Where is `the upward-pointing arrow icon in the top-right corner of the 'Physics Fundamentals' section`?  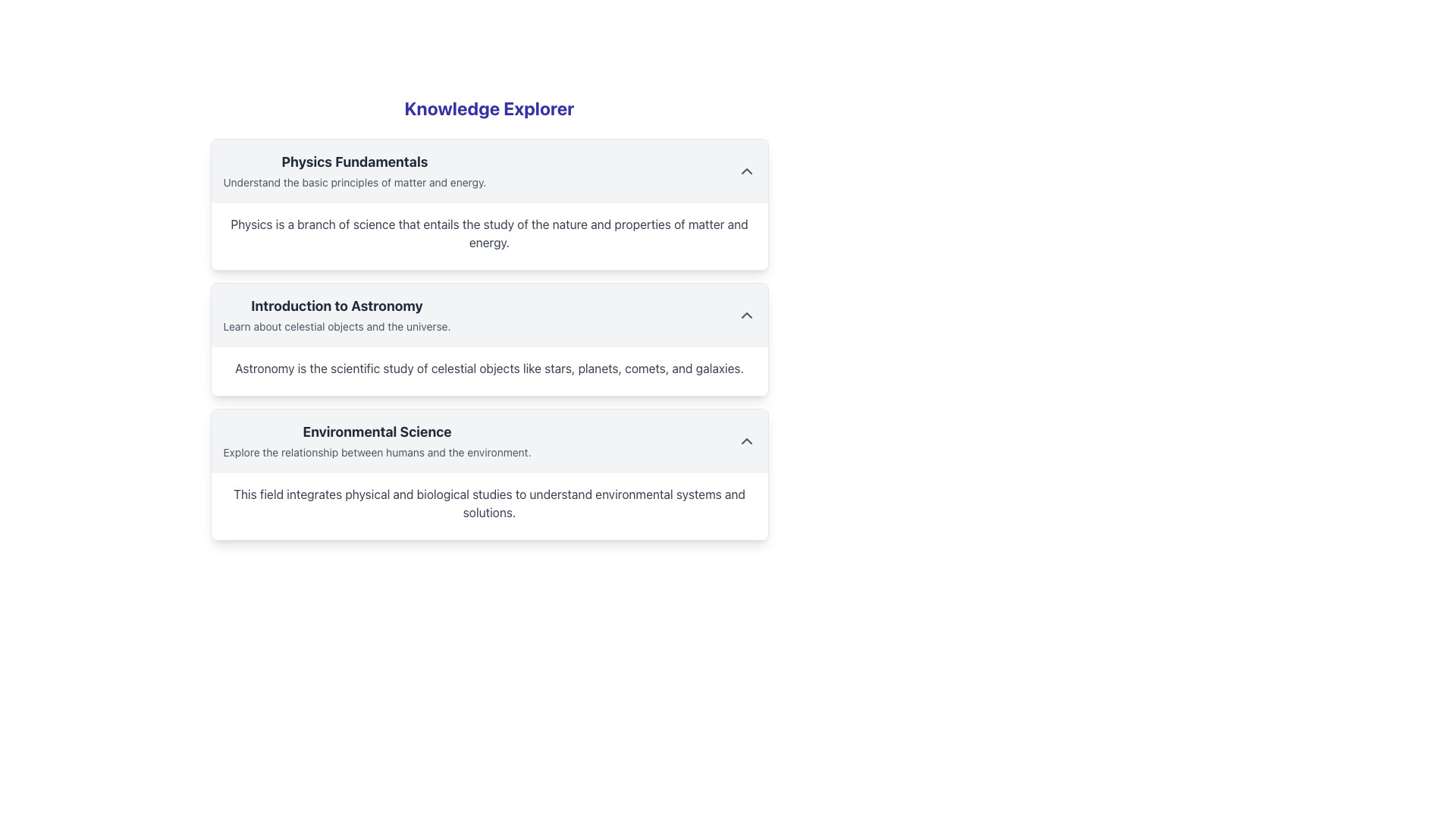 the upward-pointing arrow icon in the top-right corner of the 'Physics Fundamentals' section is located at coordinates (746, 171).